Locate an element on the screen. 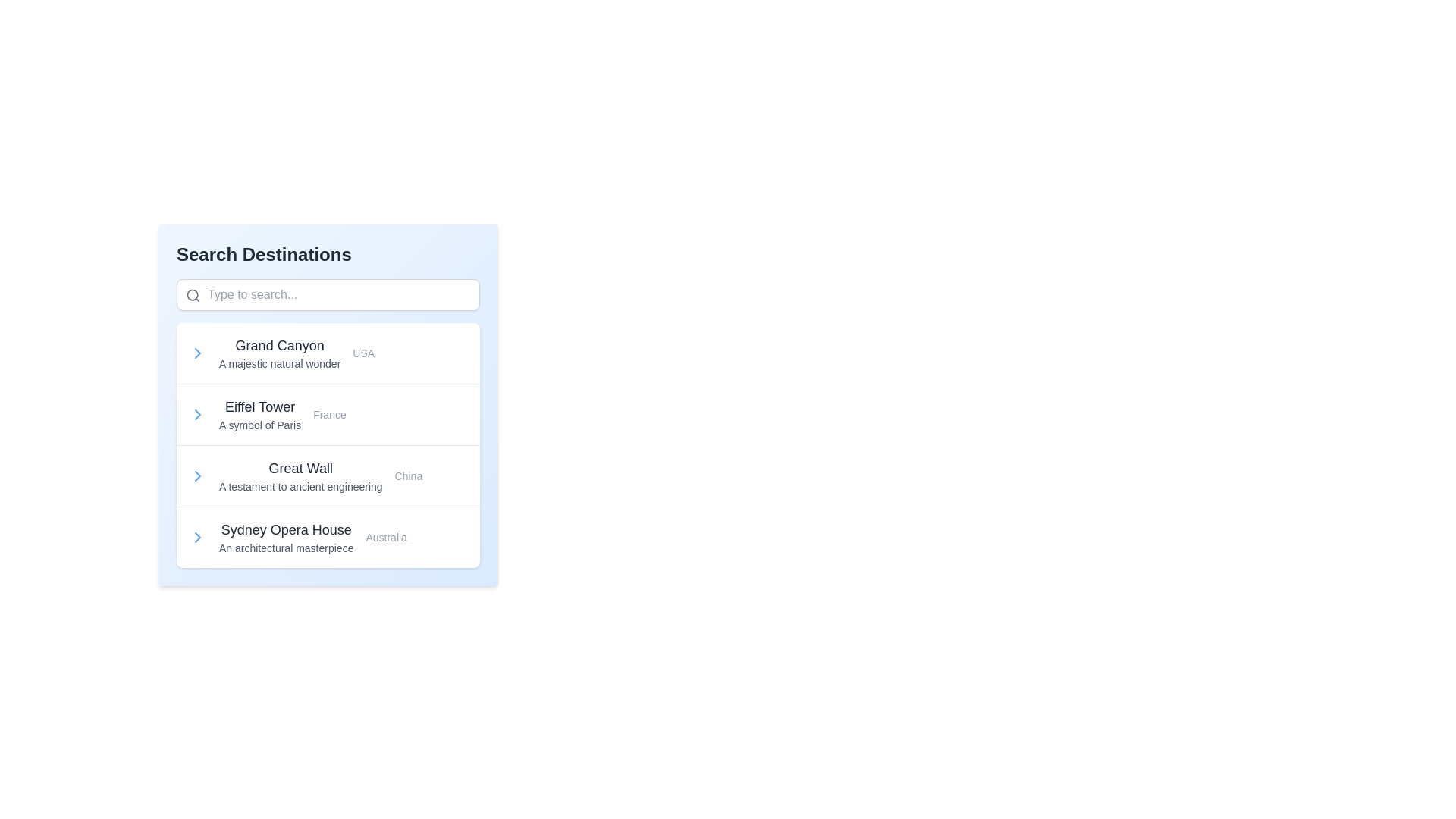 The height and width of the screenshot is (819, 1456). the SVG Circle Element that resembles a lens of a magnifying glass in the search icon, located at the top-left corner of the input field under the 'Search Destinations' heading is located at coordinates (192, 295).